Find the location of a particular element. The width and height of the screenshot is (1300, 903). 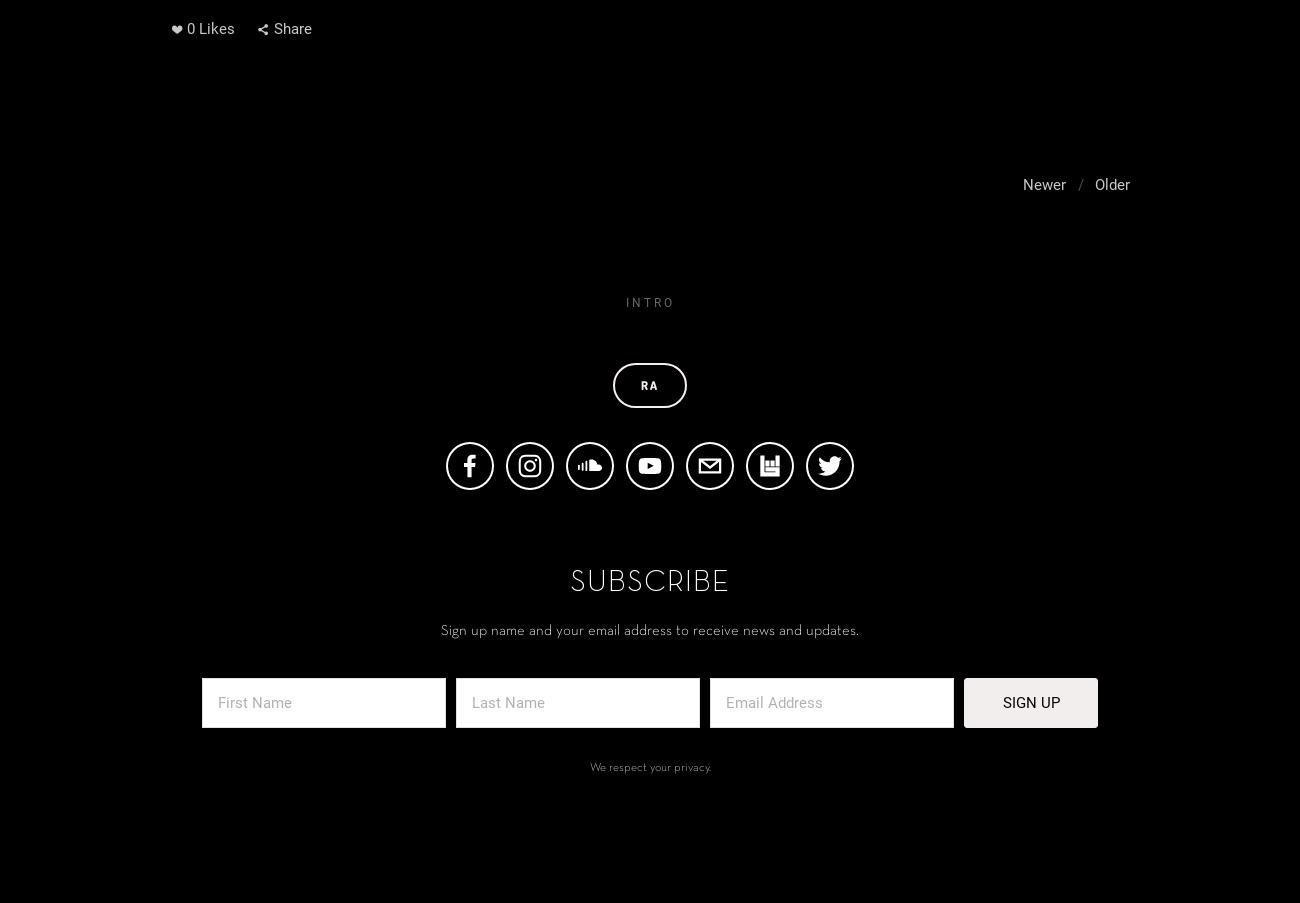

'Share' is located at coordinates (293, 27).